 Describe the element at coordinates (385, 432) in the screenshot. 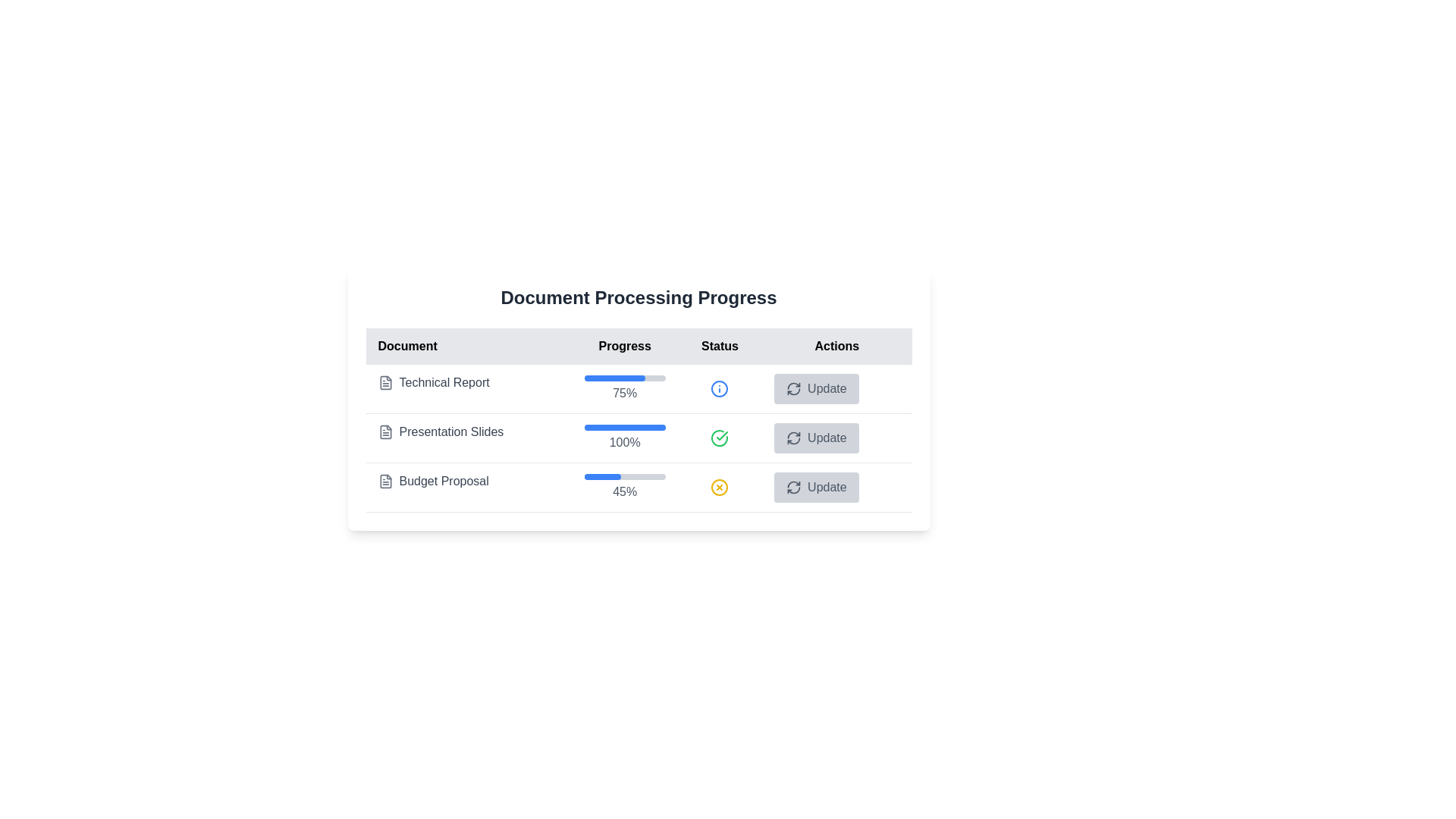

I see `the small gray document icon located to the left of the 'Presentation Slides' text` at that location.